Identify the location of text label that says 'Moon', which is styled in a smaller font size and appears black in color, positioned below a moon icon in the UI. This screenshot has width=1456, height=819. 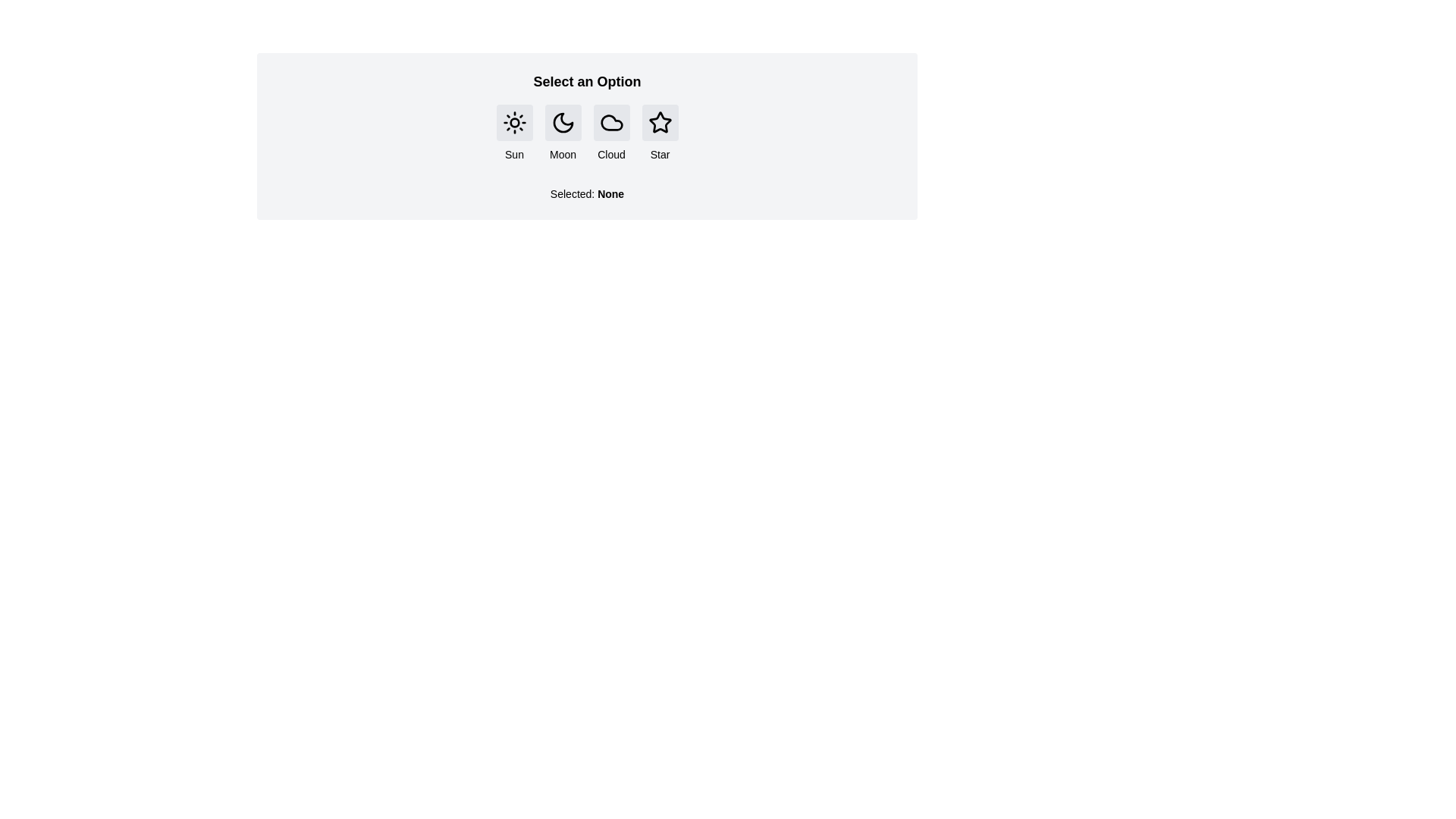
(562, 155).